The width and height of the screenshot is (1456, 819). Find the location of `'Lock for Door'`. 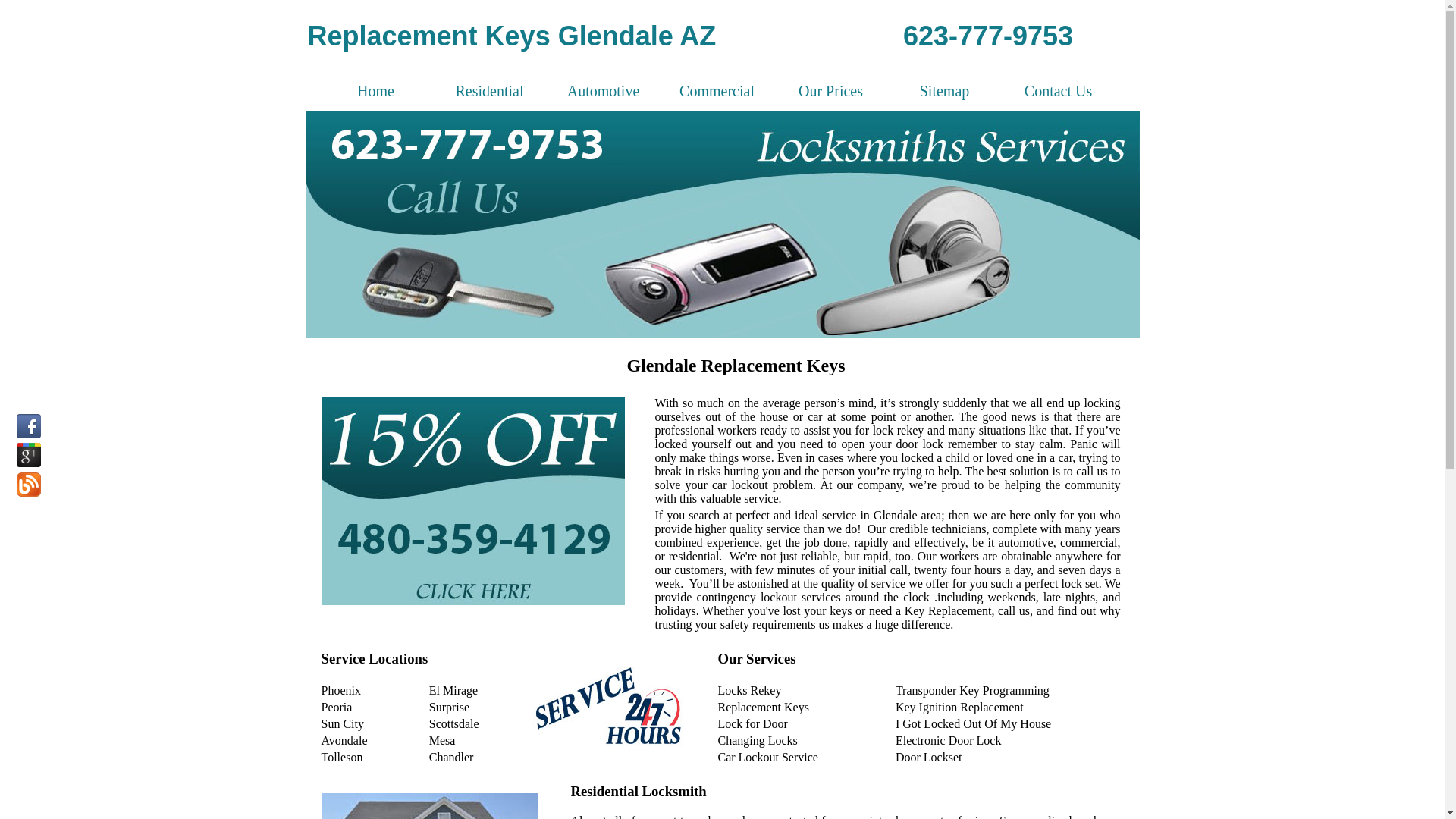

'Lock for Door' is located at coordinates (752, 723).